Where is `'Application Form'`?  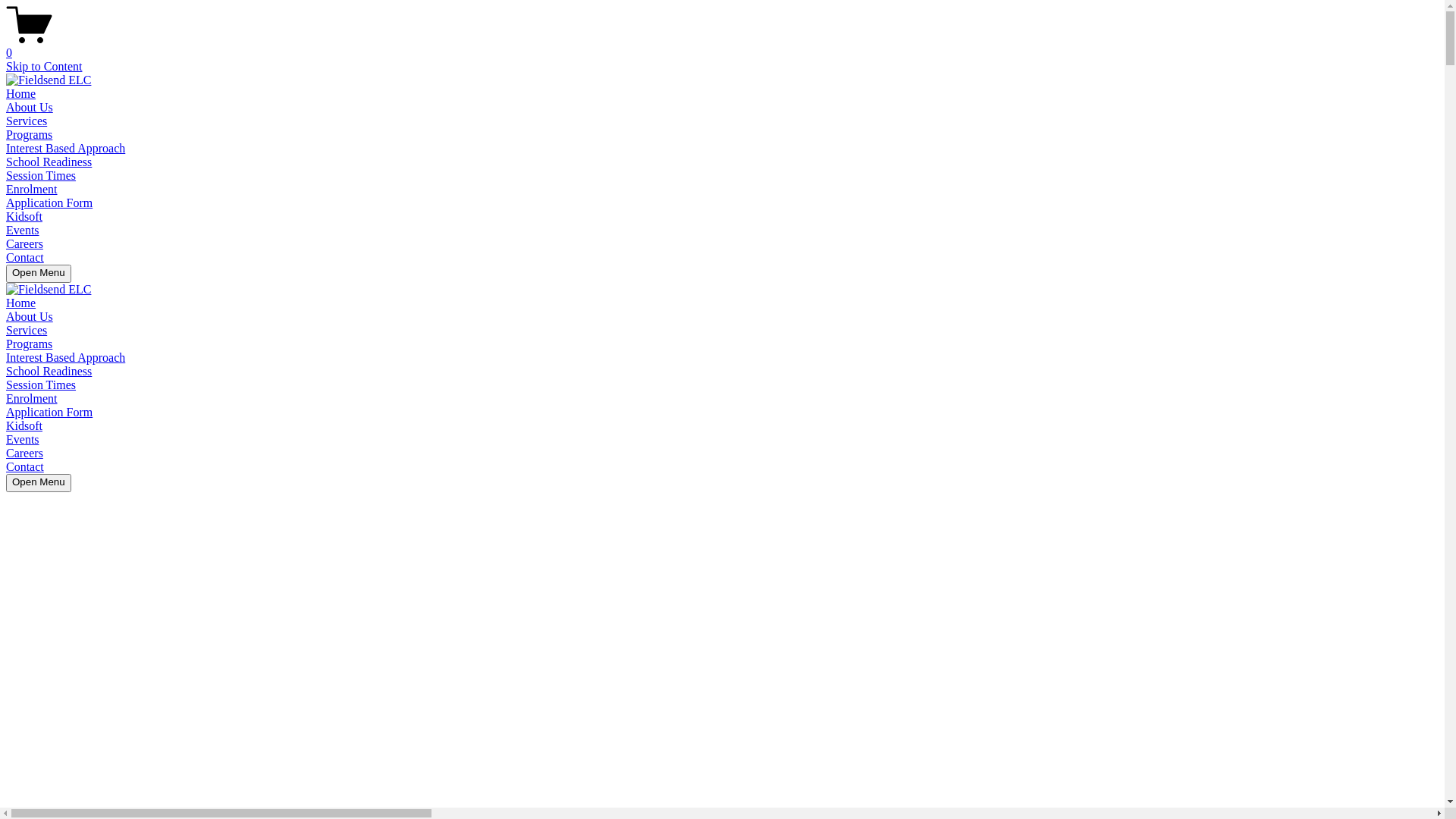 'Application Form' is located at coordinates (6, 412).